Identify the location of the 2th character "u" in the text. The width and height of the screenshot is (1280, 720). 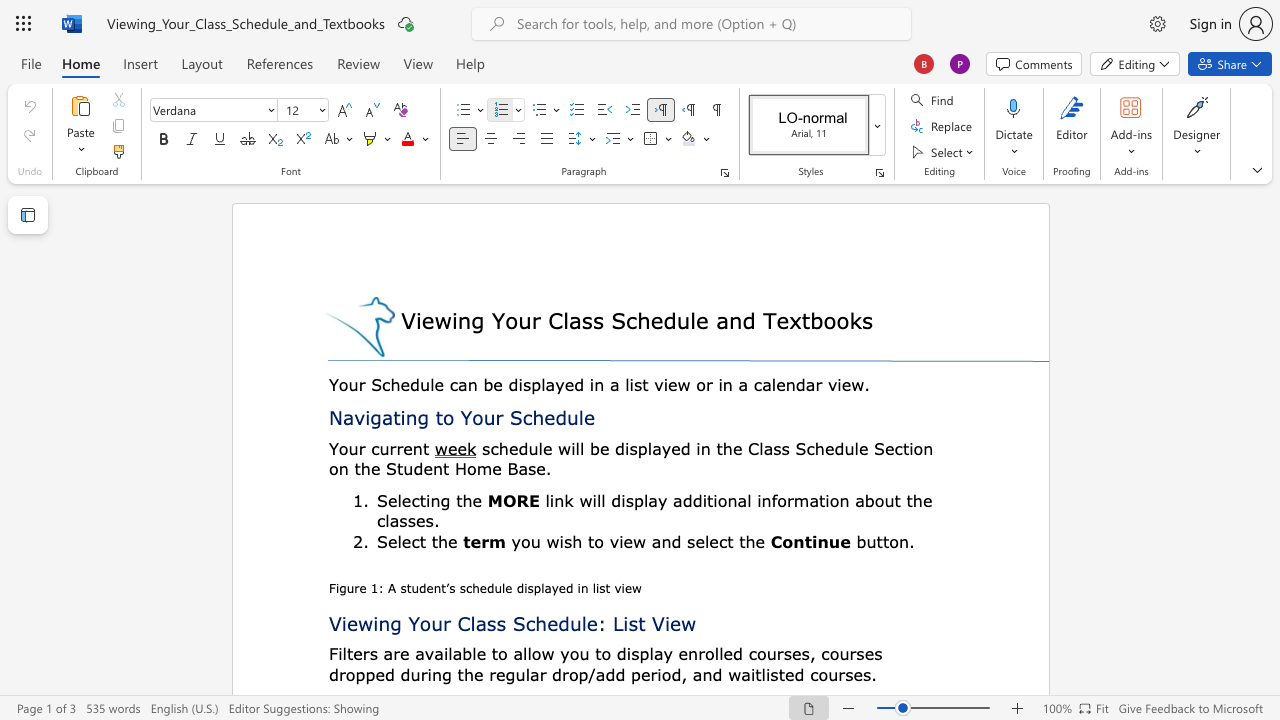
(574, 622).